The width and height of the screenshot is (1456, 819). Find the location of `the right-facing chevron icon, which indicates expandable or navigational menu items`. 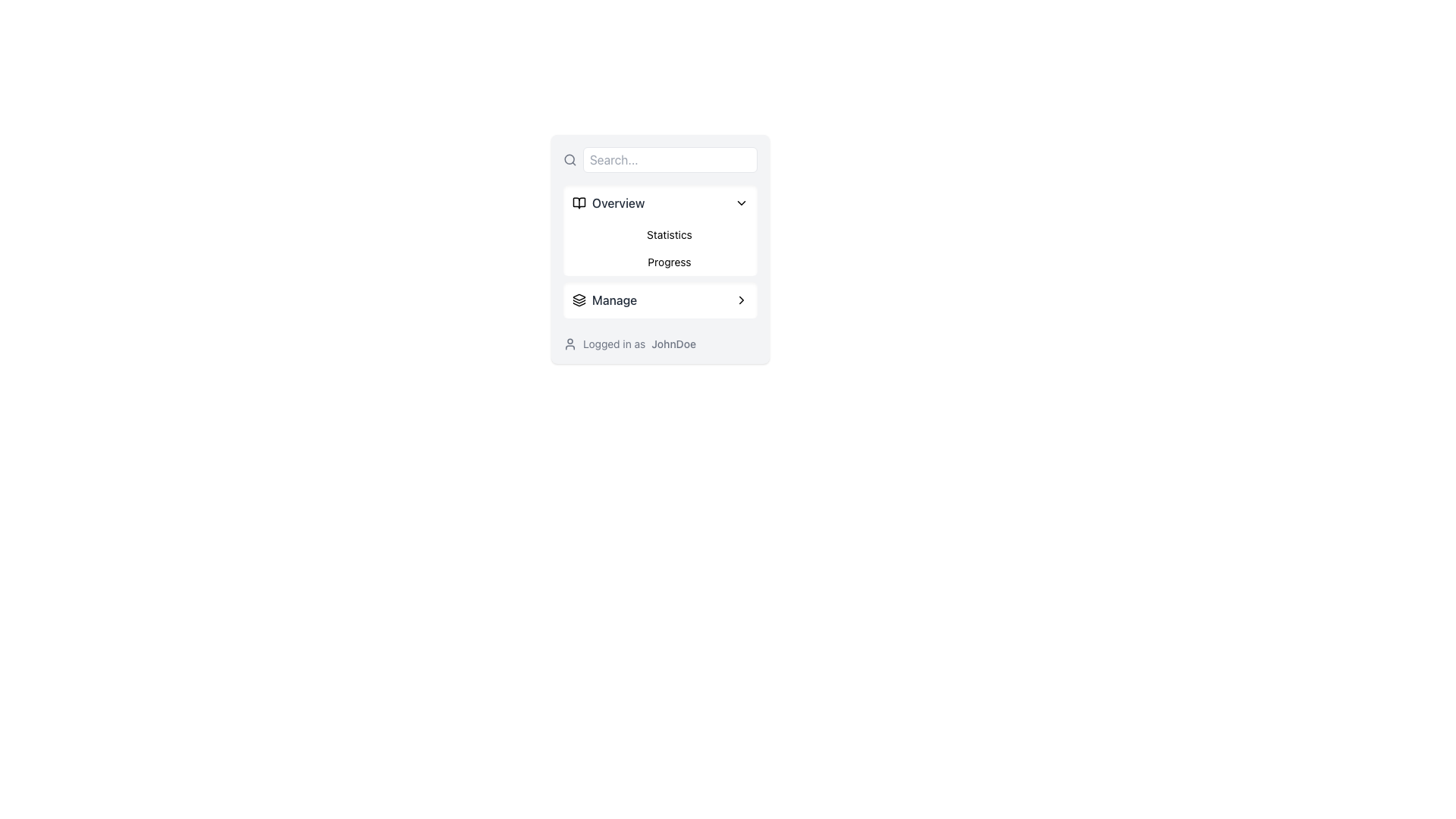

the right-facing chevron icon, which indicates expandable or navigational menu items is located at coordinates (742, 300).